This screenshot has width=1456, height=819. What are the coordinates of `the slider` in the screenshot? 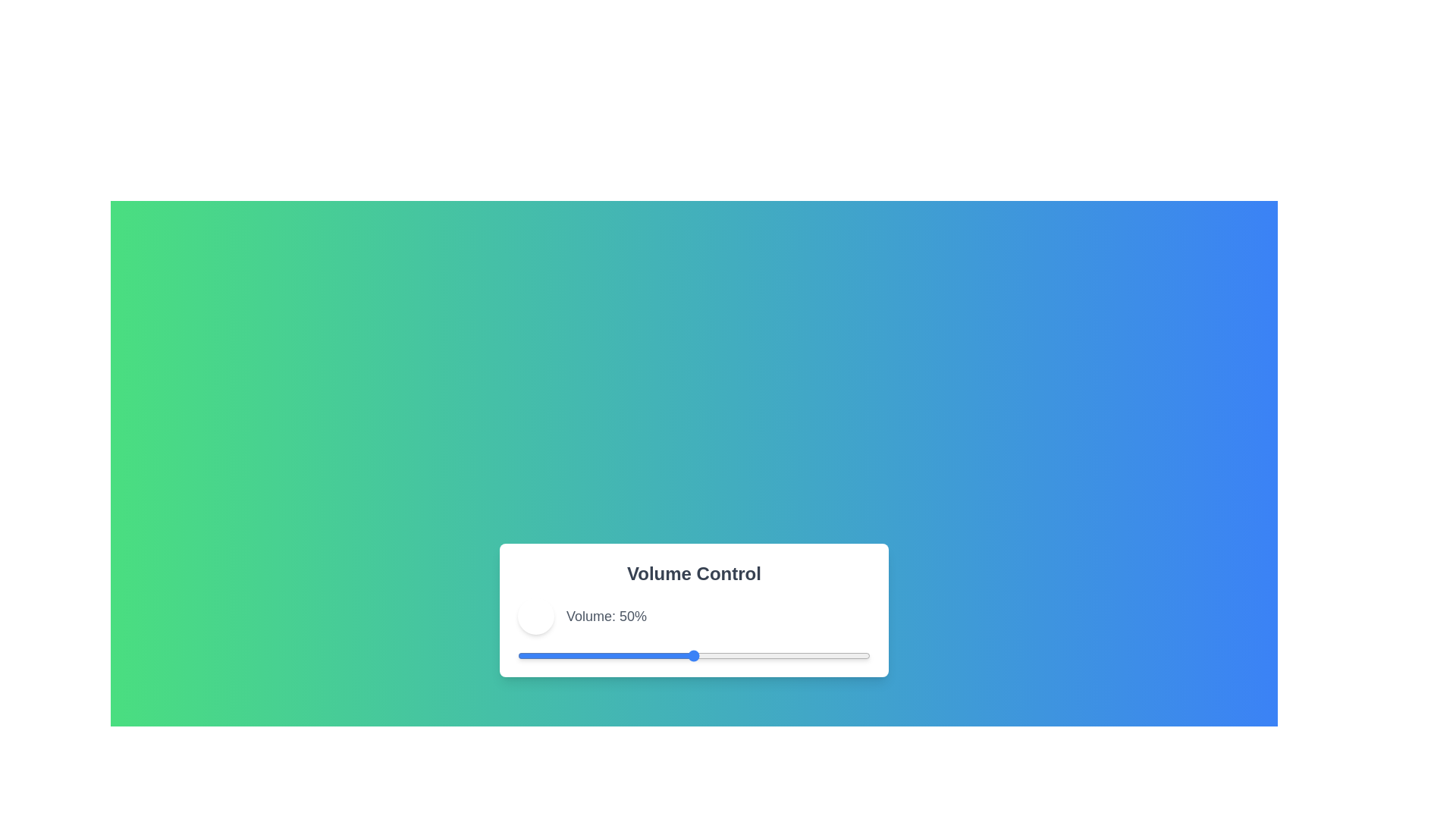 It's located at (609, 654).